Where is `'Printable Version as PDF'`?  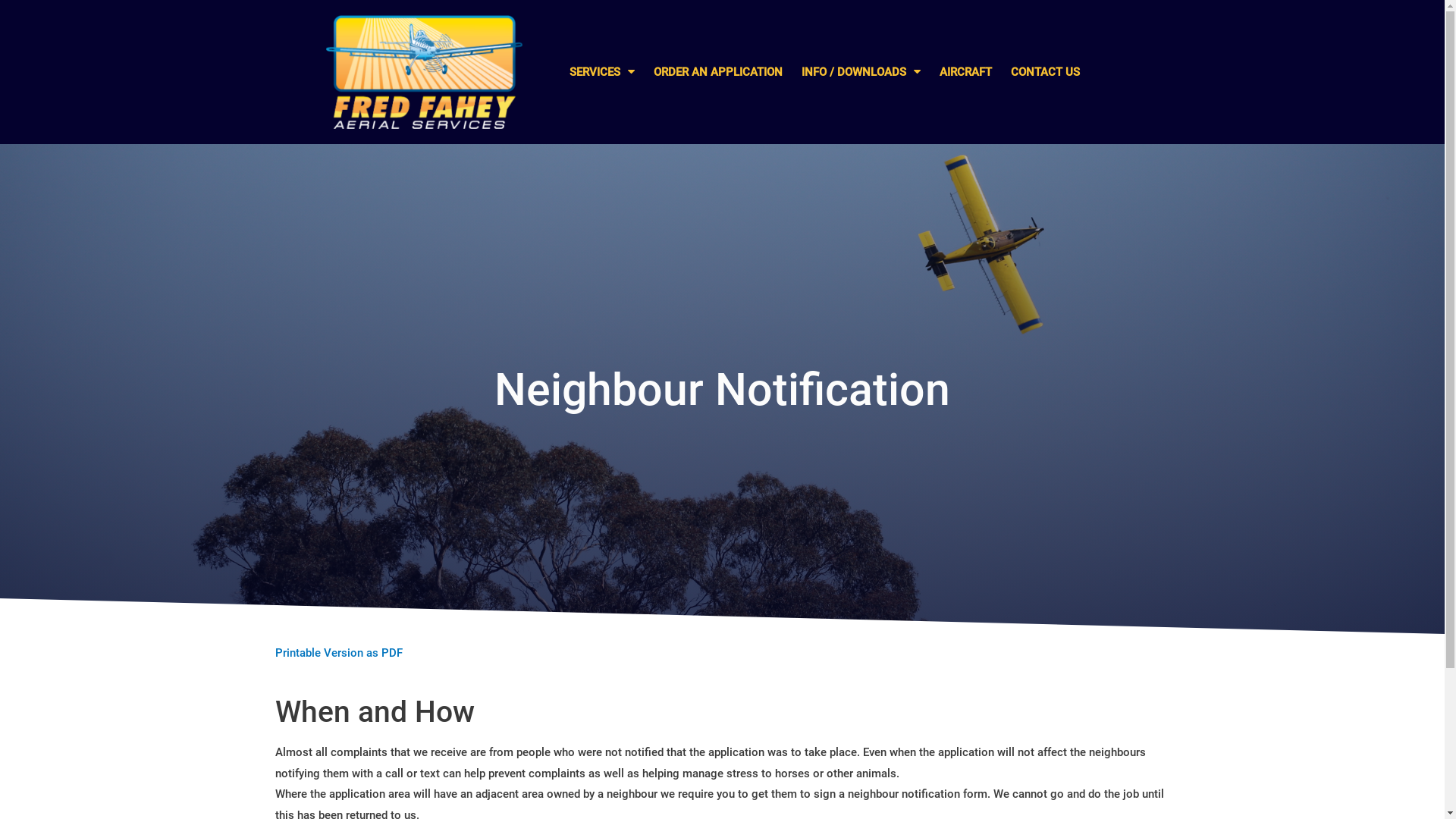
'Printable Version as PDF' is located at coordinates (337, 651).